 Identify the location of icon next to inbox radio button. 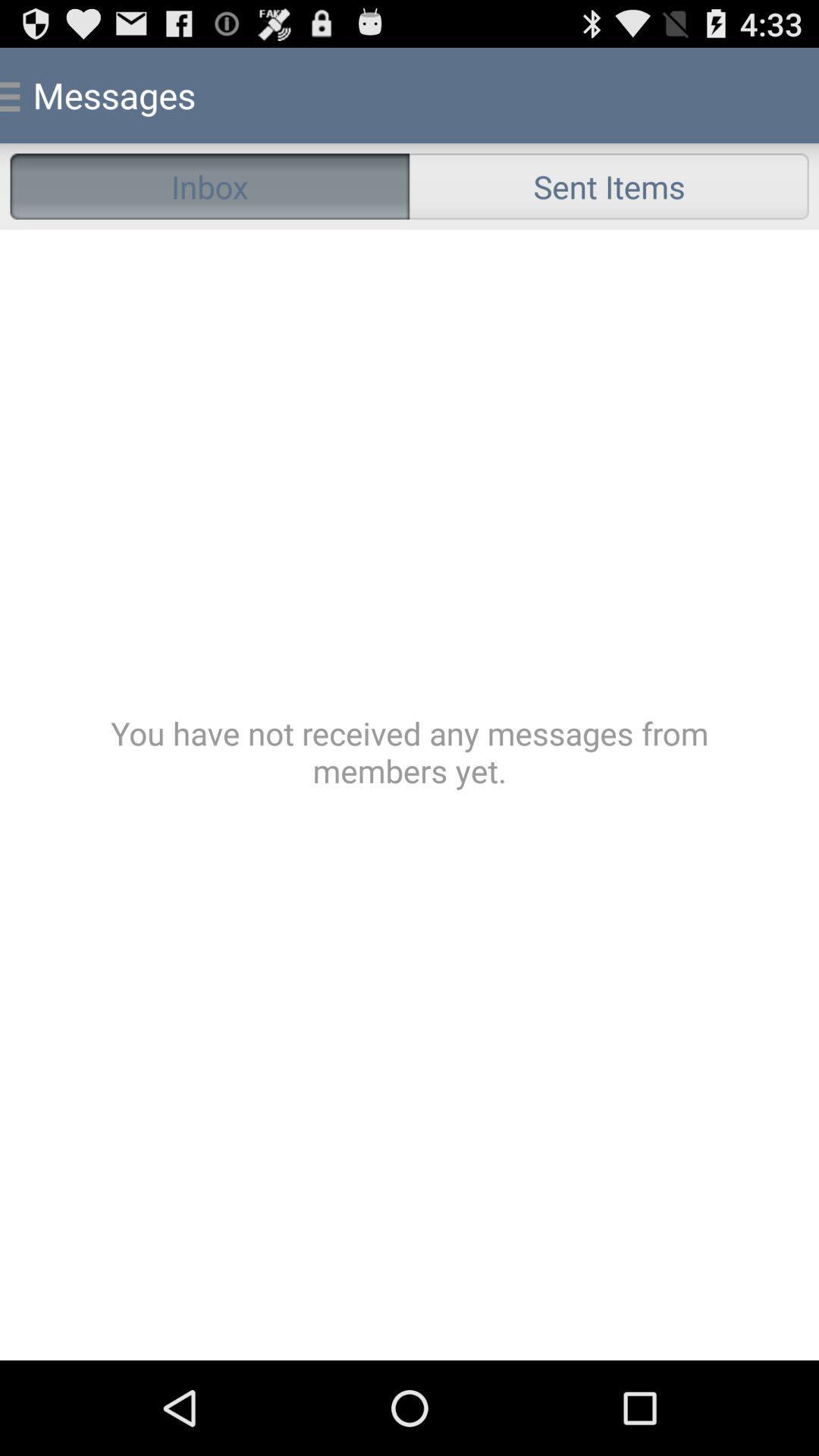
(608, 185).